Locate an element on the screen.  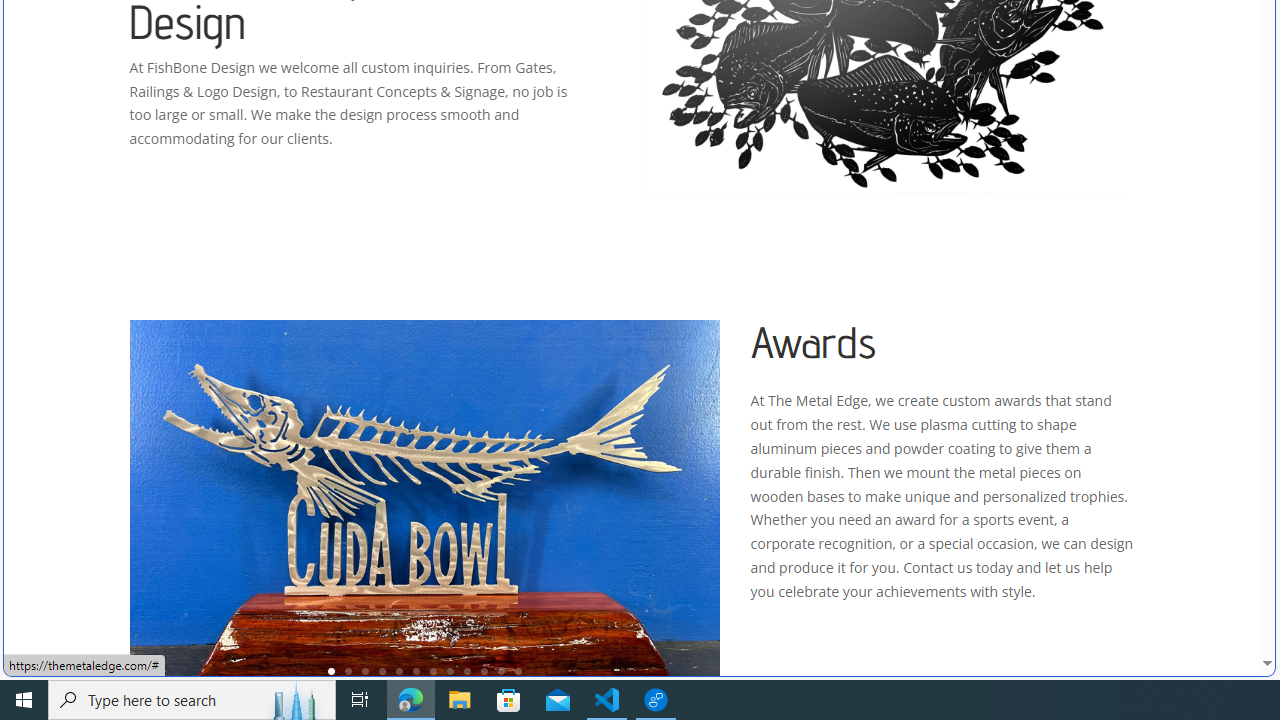
'2' is located at coordinates (348, 671).